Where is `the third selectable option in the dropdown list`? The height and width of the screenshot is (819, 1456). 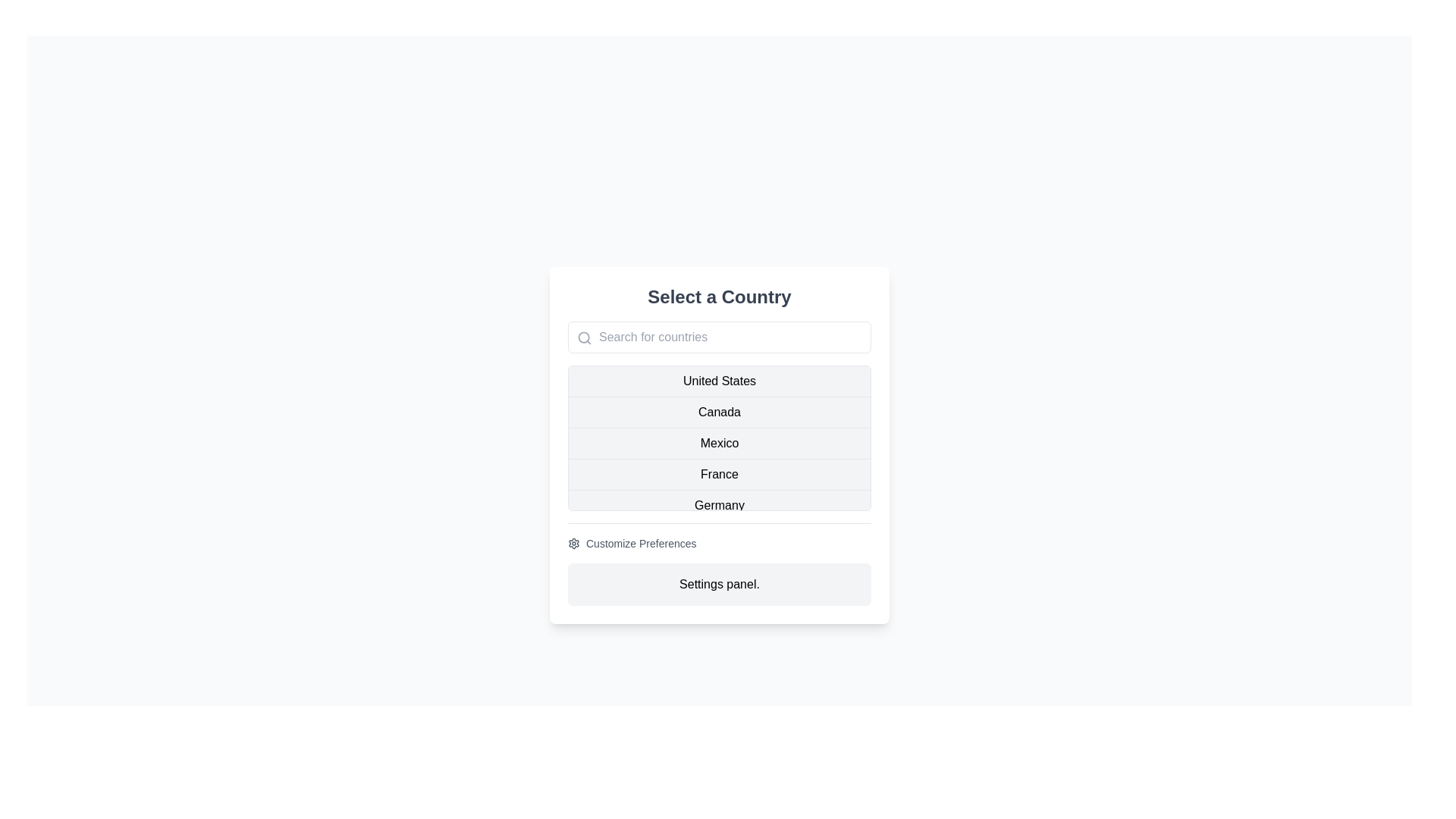
the third selectable option in the dropdown list is located at coordinates (719, 442).